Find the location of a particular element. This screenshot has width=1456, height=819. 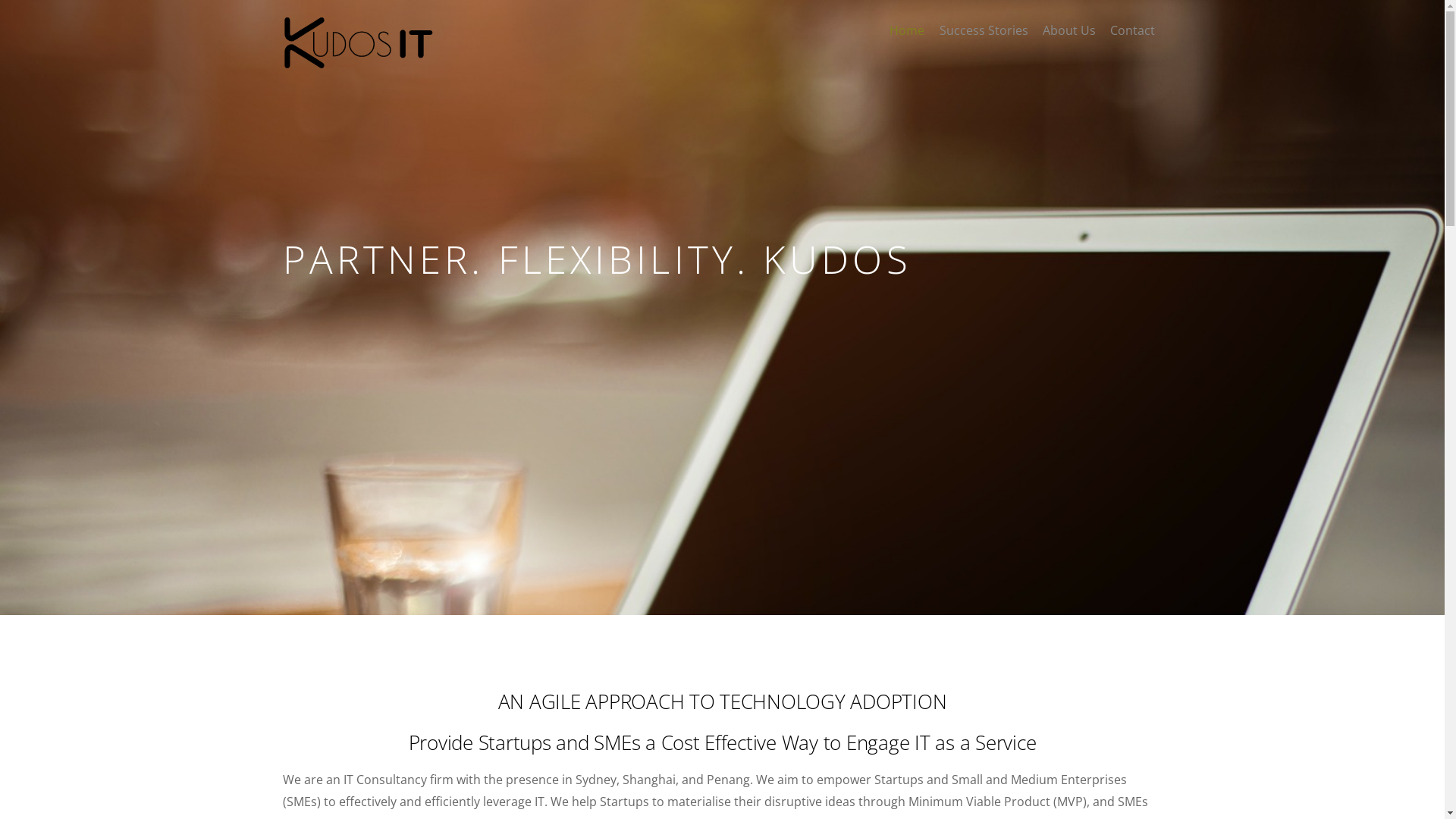

'Kudos IT' is located at coordinates (356, 61).